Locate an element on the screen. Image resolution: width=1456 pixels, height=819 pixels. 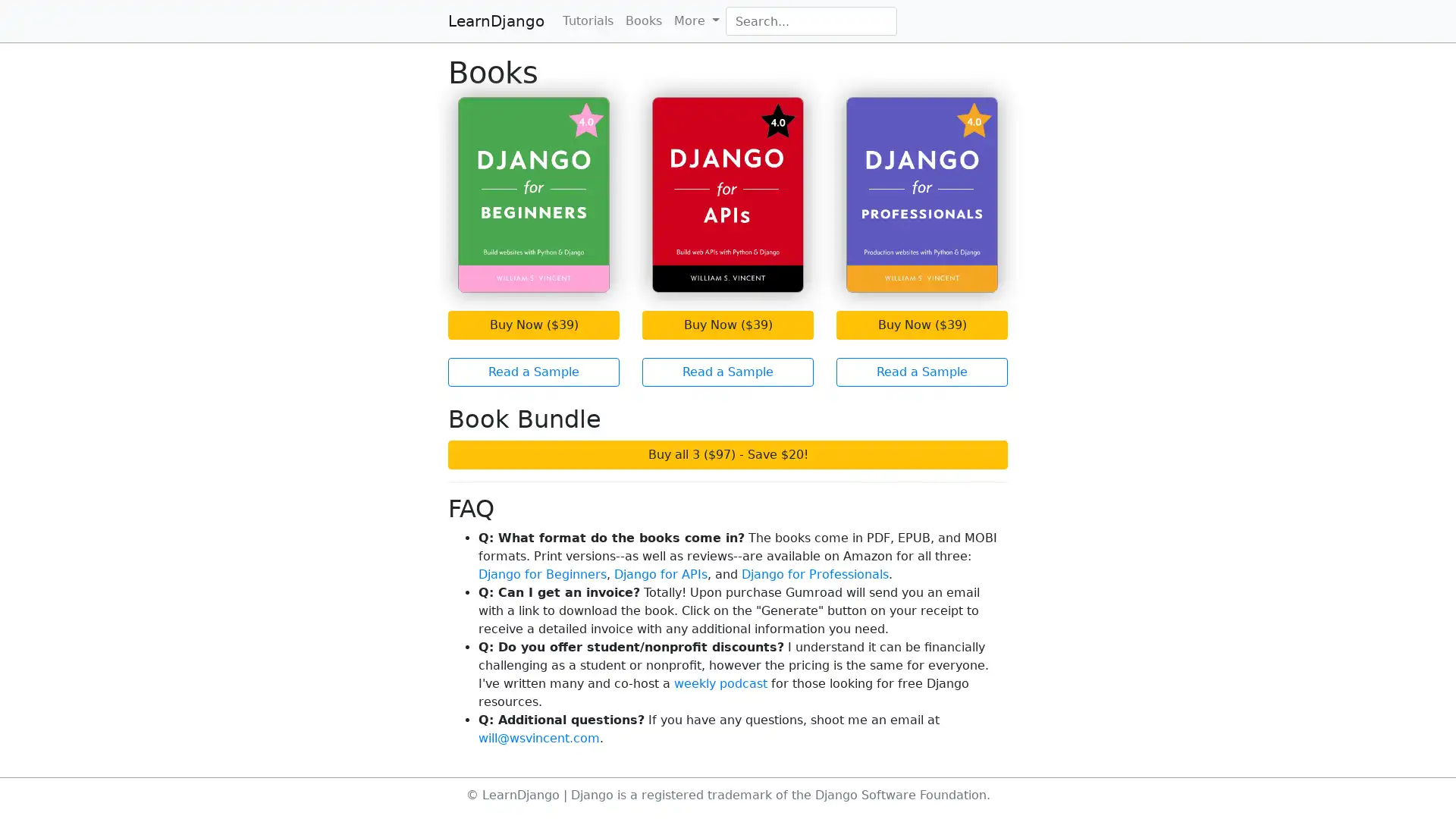
Buy Now ($39) is located at coordinates (921, 324).